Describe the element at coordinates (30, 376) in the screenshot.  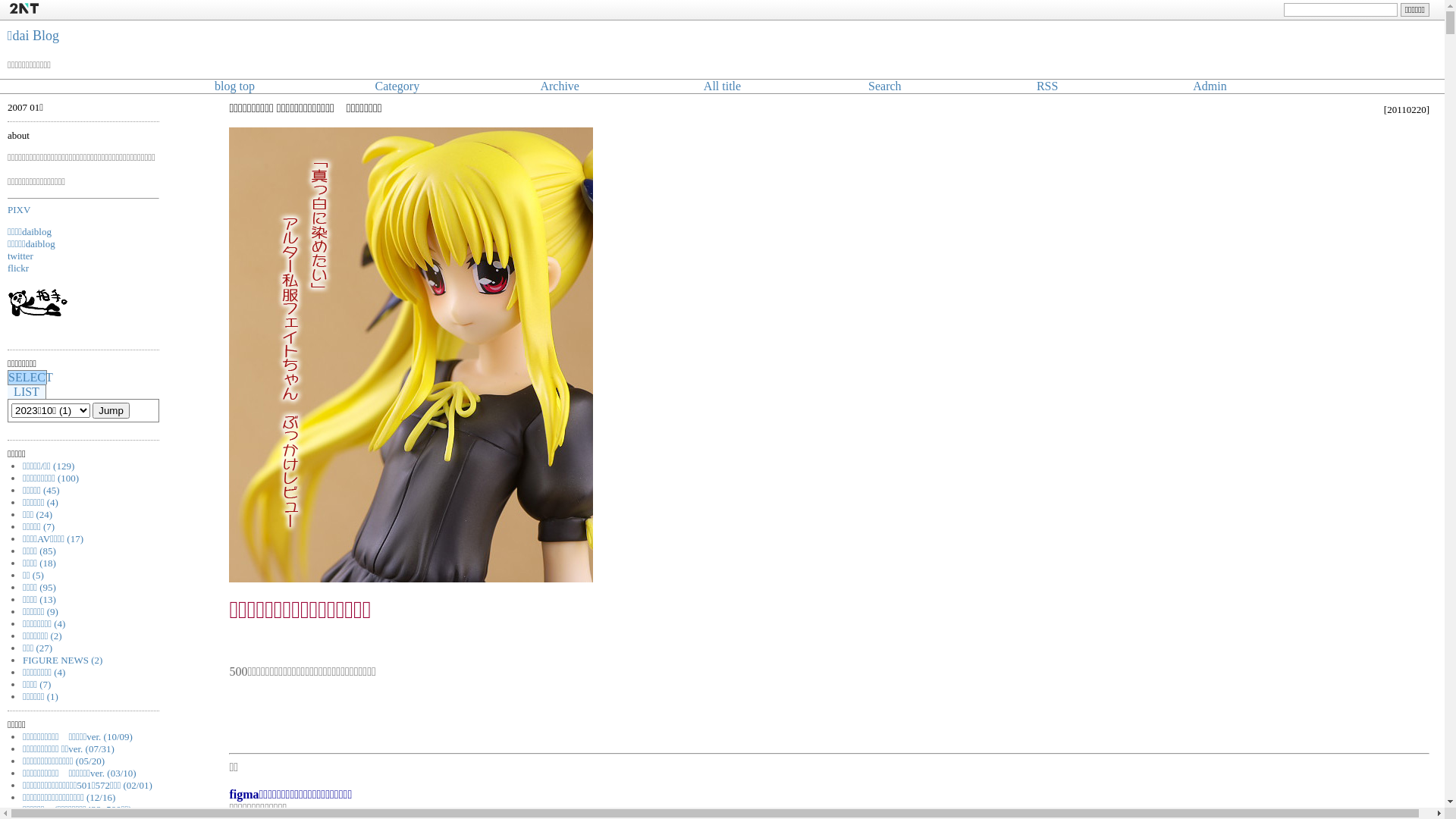
I see `'SELECT'` at that location.